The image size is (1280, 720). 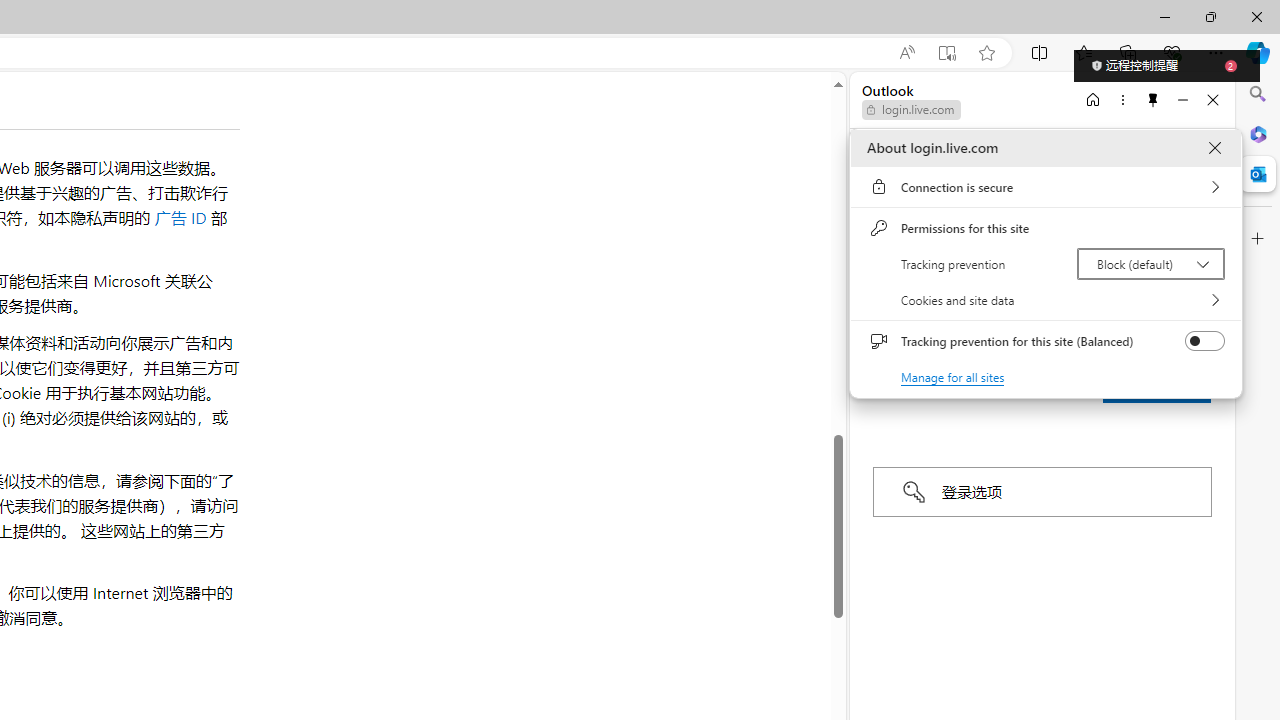 What do you see at coordinates (951, 377) in the screenshot?
I see `'Manage for all sites'` at bounding box center [951, 377].